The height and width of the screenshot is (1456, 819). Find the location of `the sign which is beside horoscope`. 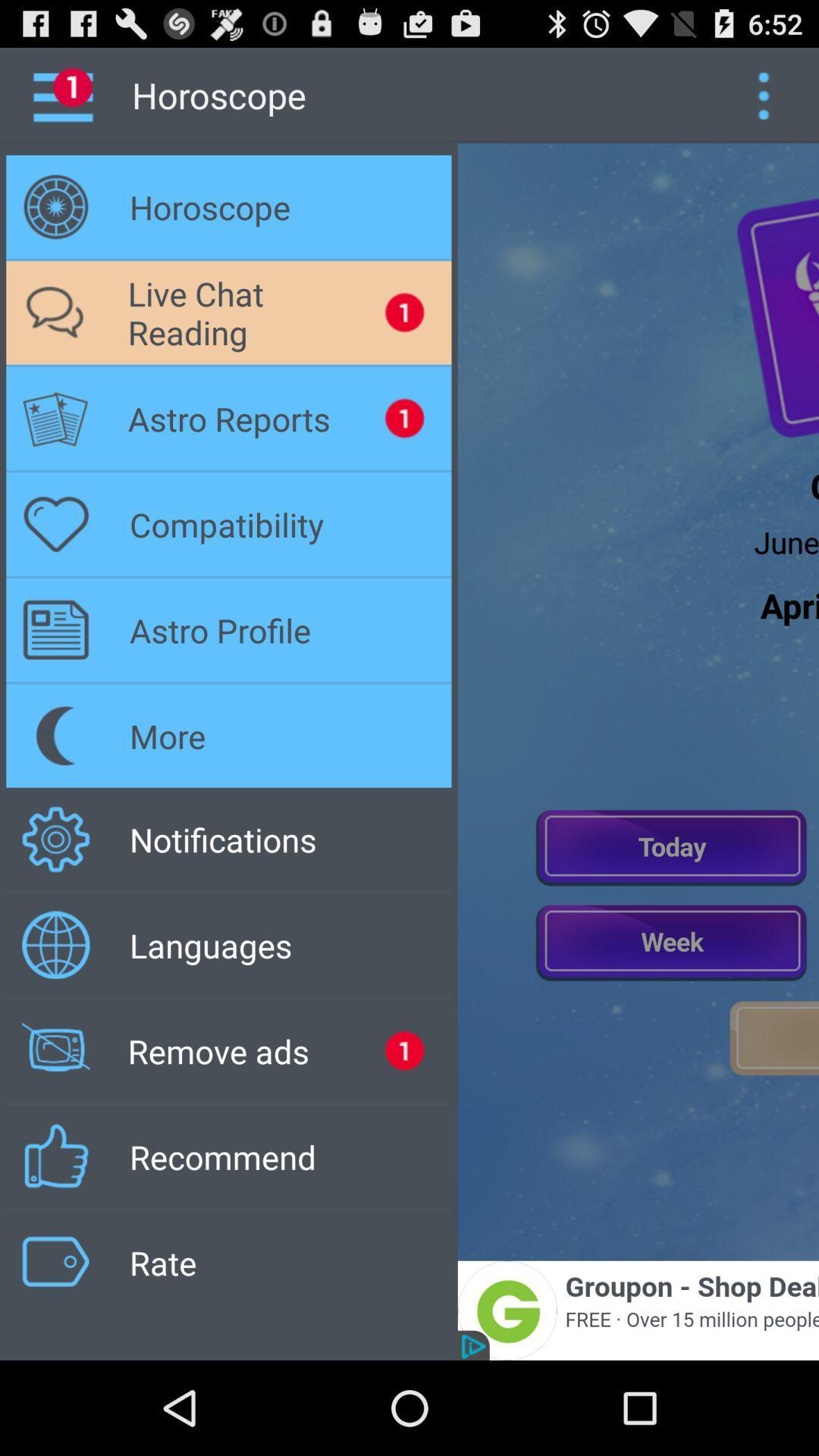

the sign which is beside horoscope is located at coordinates (55, 206).